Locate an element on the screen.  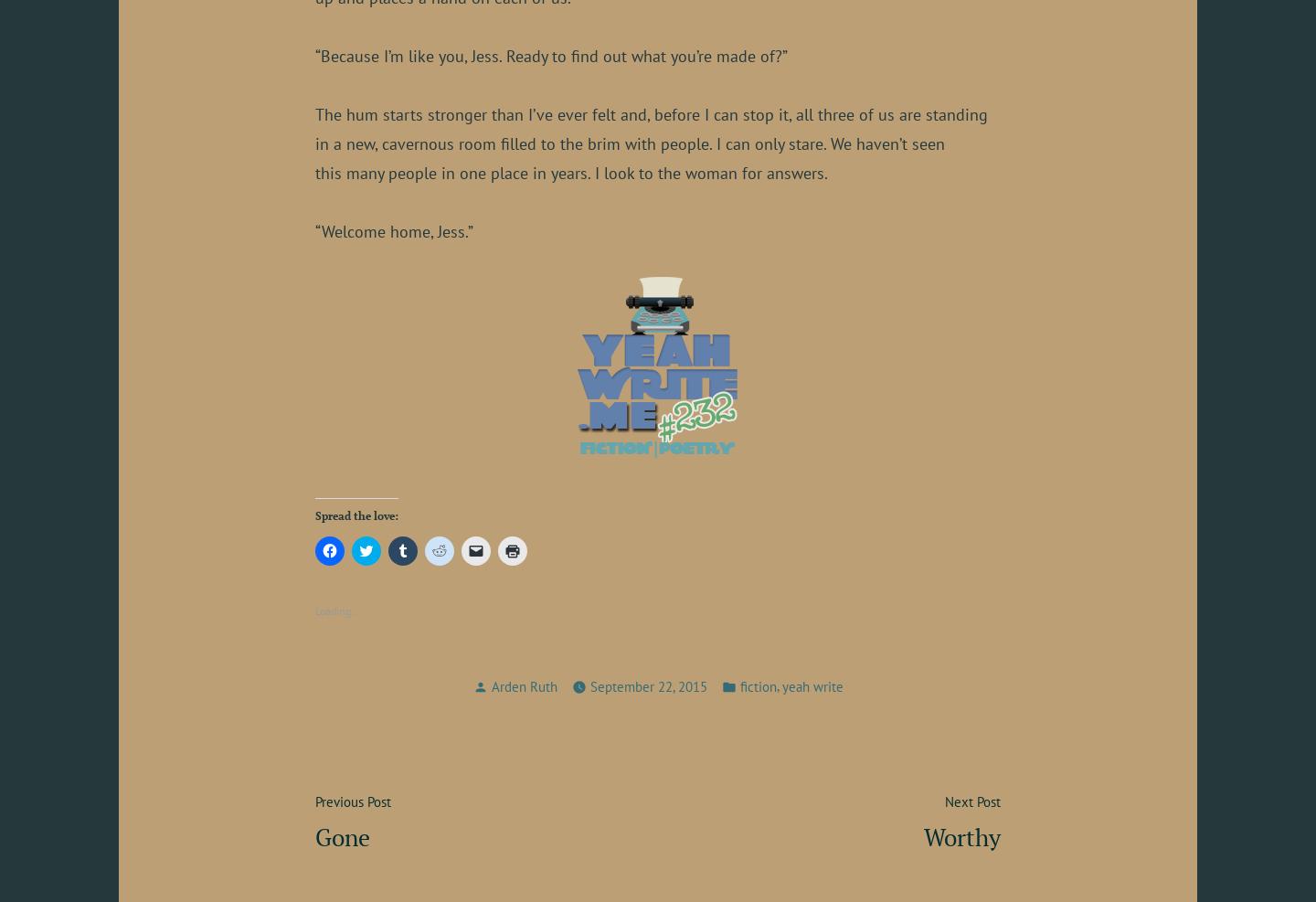
',' is located at coordinates (778, 684).